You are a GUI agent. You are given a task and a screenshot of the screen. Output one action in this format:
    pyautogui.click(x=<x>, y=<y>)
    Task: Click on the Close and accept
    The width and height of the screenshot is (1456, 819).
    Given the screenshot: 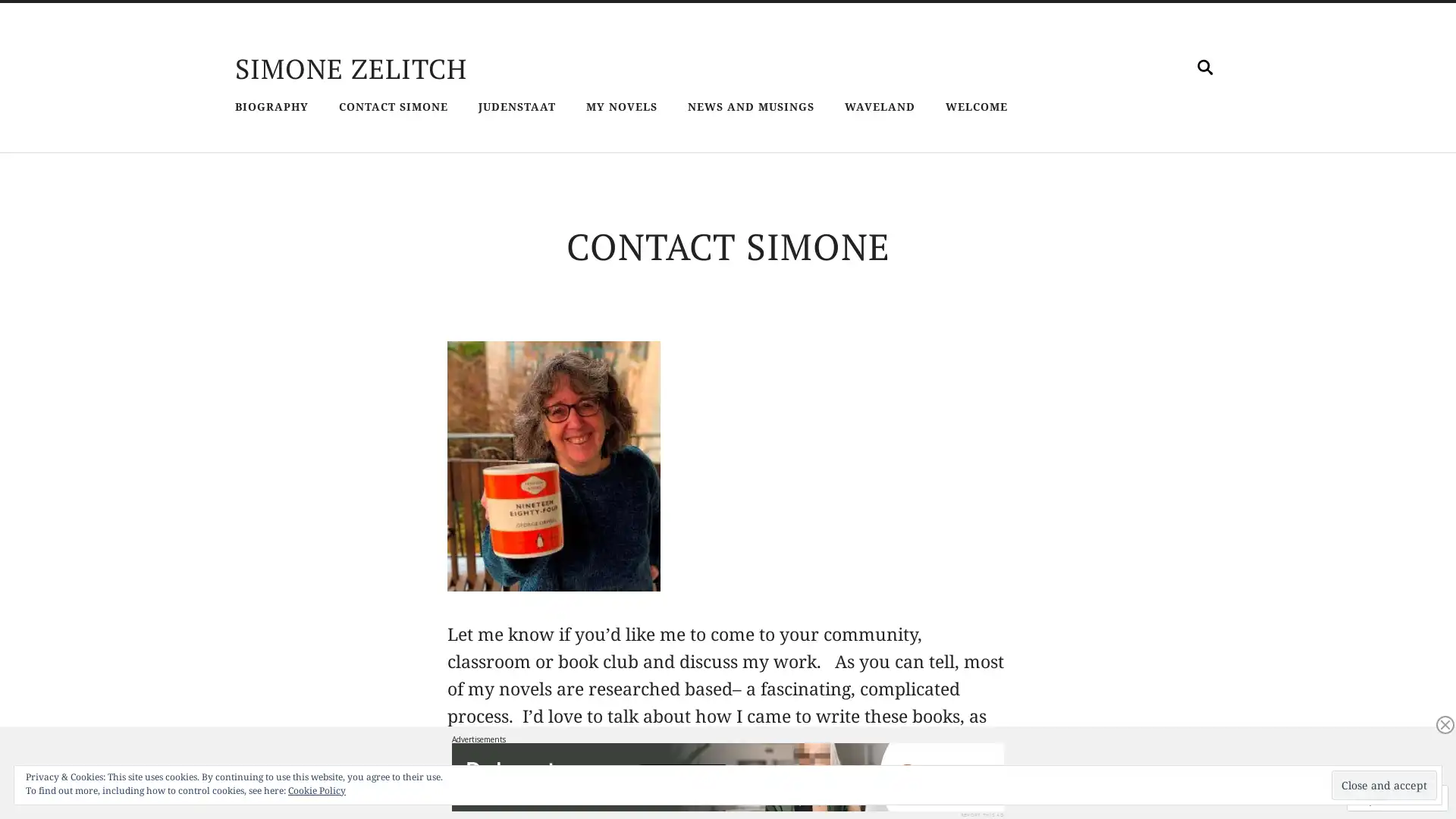 What is the action you would take?
    pyautogui.click(x=1384, y=785)
    